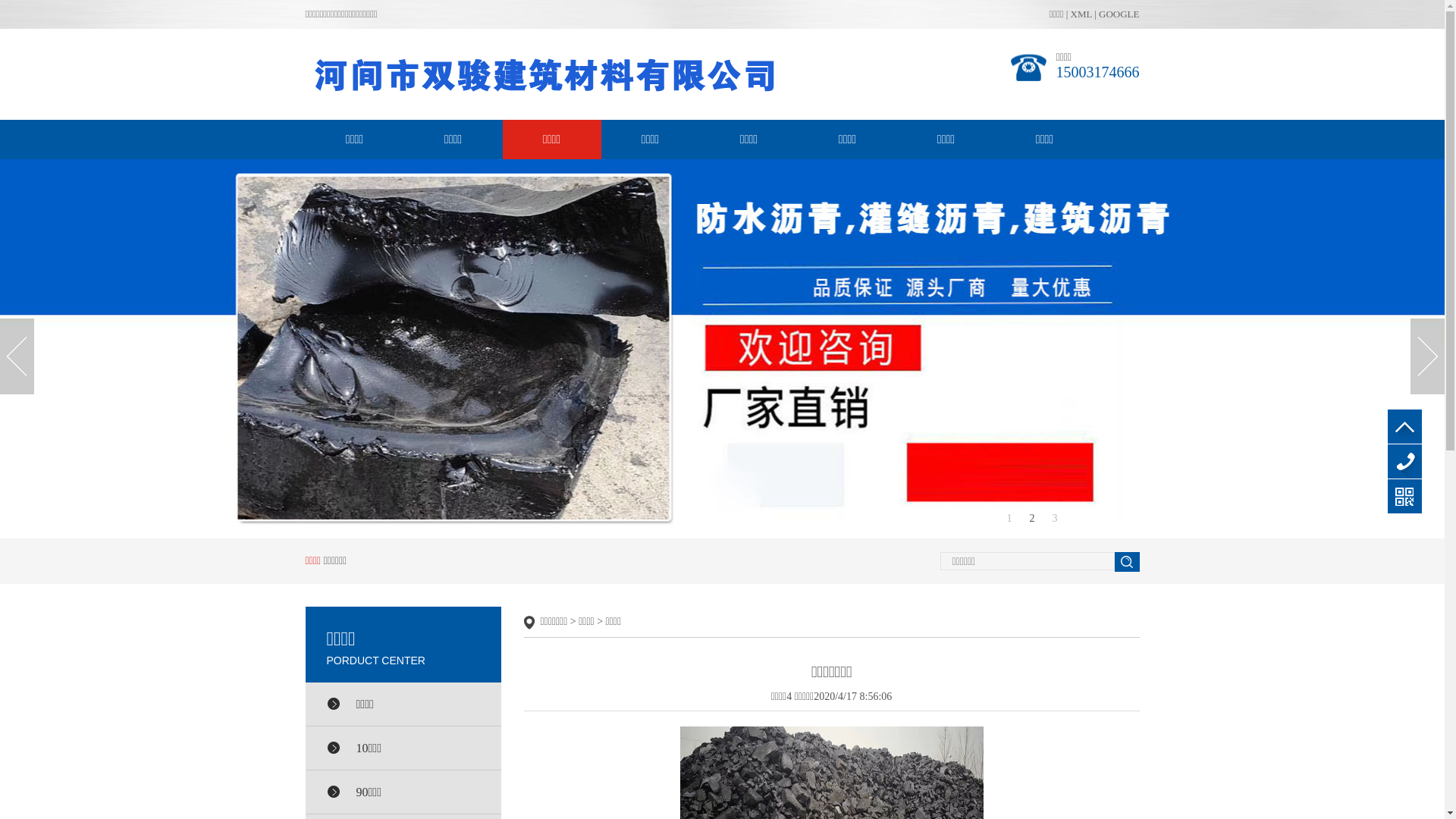 The width and height of the screenshot is (1456, 819). I want to click on 'GOOGLE', so click(1119, 14).